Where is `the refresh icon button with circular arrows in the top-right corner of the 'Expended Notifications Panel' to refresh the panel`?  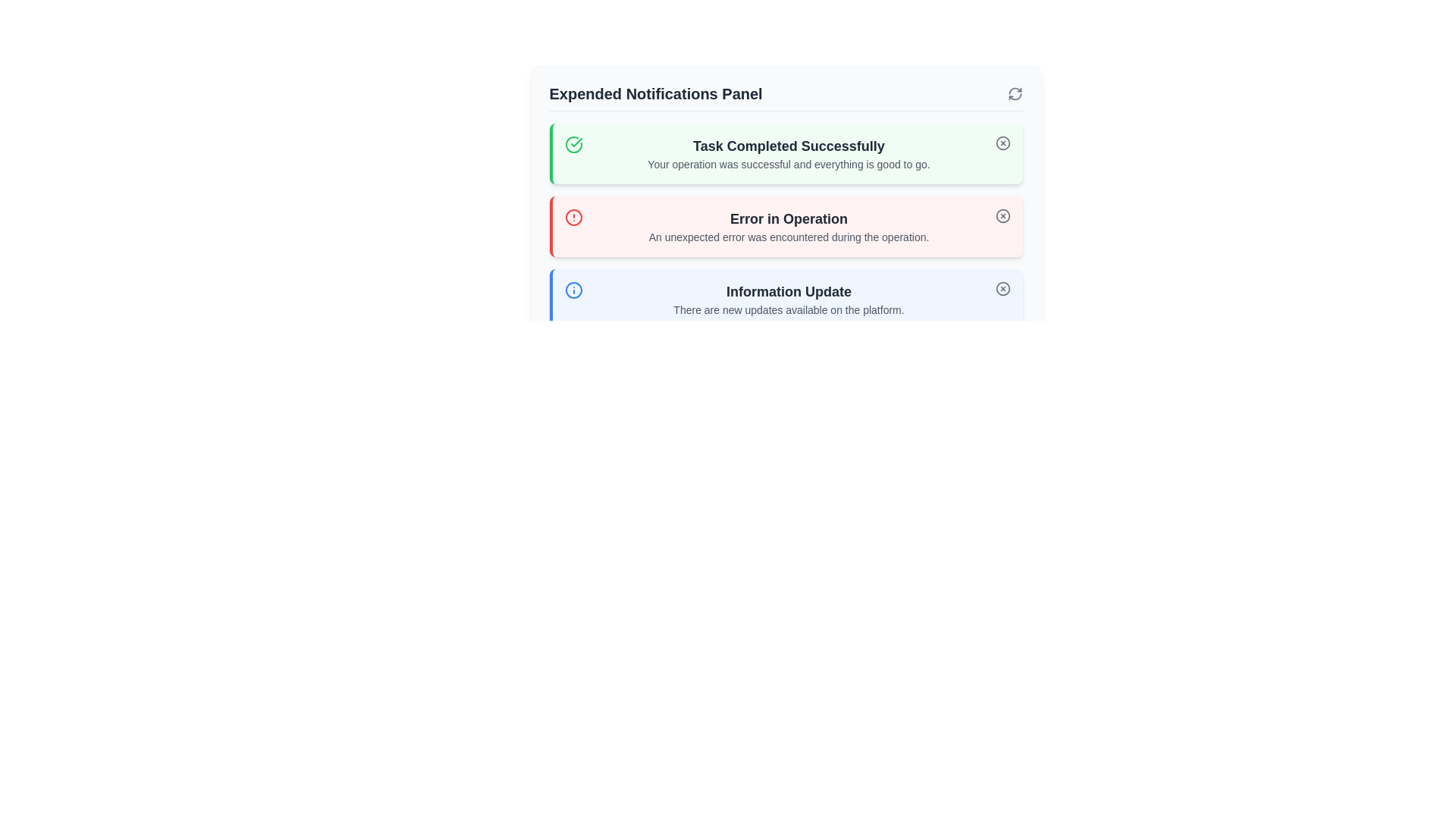 the refresh icon button with circular arrows in the top-right corner of the 'Expended Notifications Panel' to refresh the panel is located at coordinates (1015, 93).